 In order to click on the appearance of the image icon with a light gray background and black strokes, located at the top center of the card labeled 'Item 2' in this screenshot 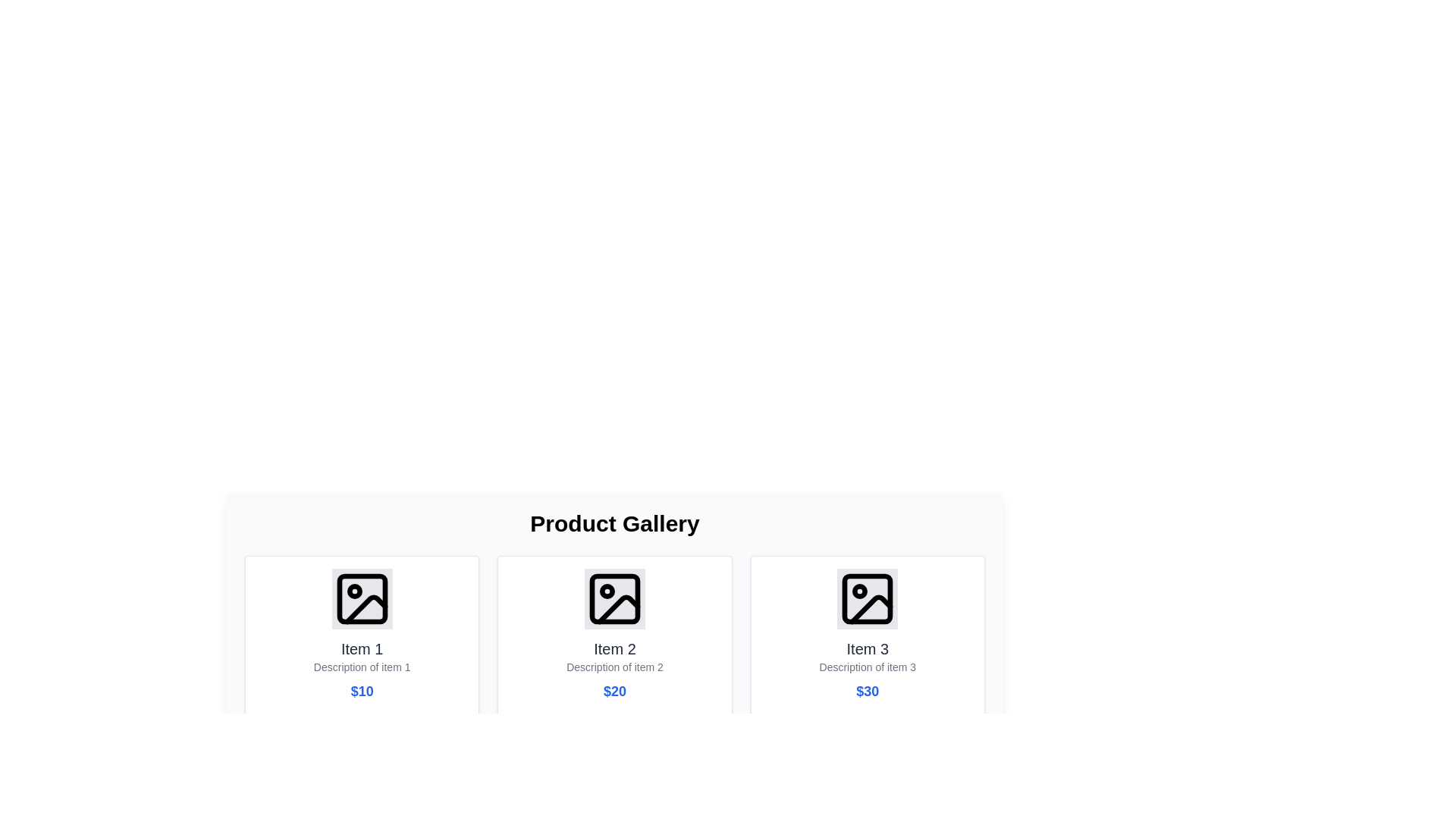, I will do `click(615, 598)`.